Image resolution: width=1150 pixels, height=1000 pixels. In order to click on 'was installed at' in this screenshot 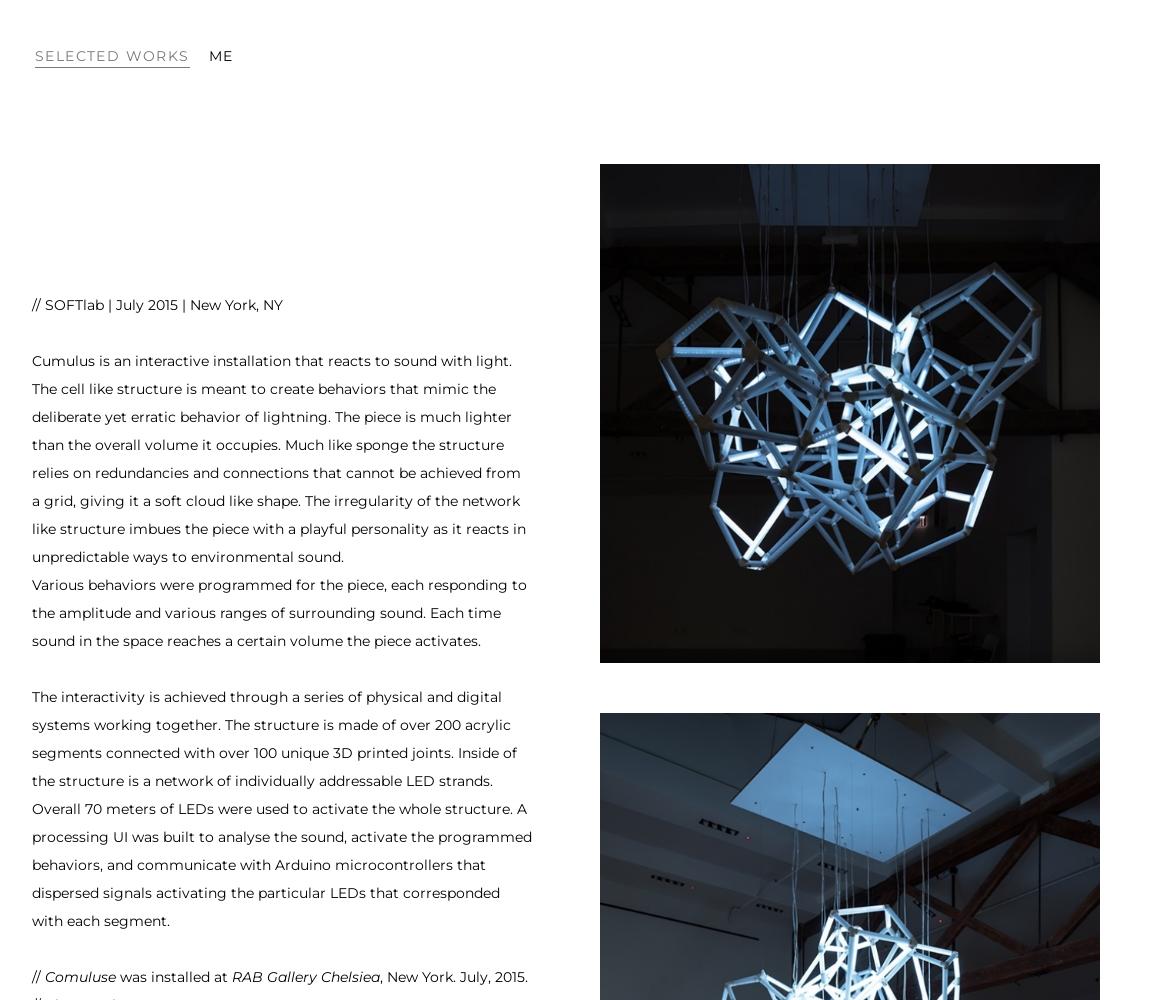, I will do `click(172, 976)`.